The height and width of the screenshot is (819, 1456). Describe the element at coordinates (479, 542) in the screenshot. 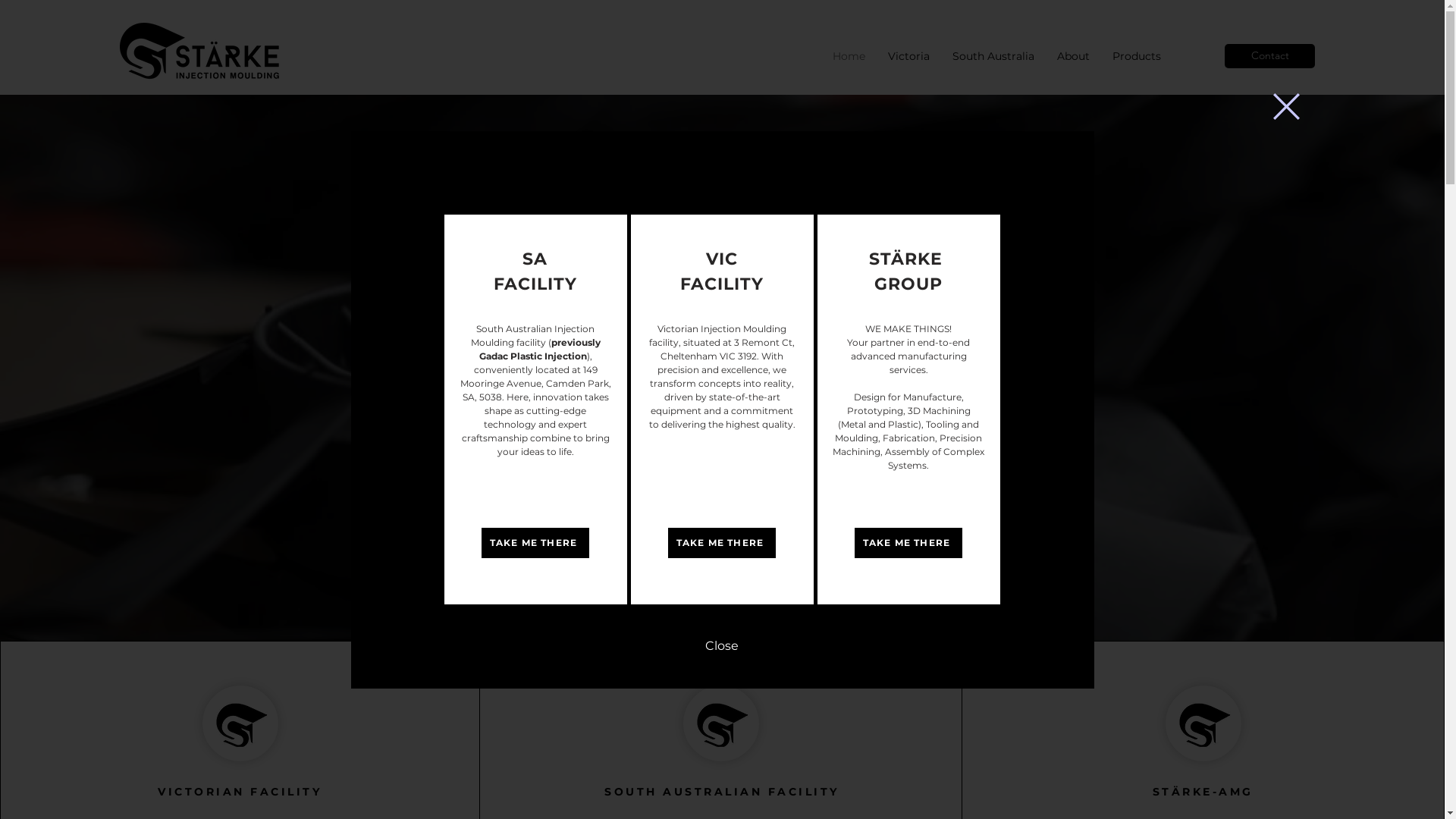

I see `'TAKE ME THERE'` at that location.